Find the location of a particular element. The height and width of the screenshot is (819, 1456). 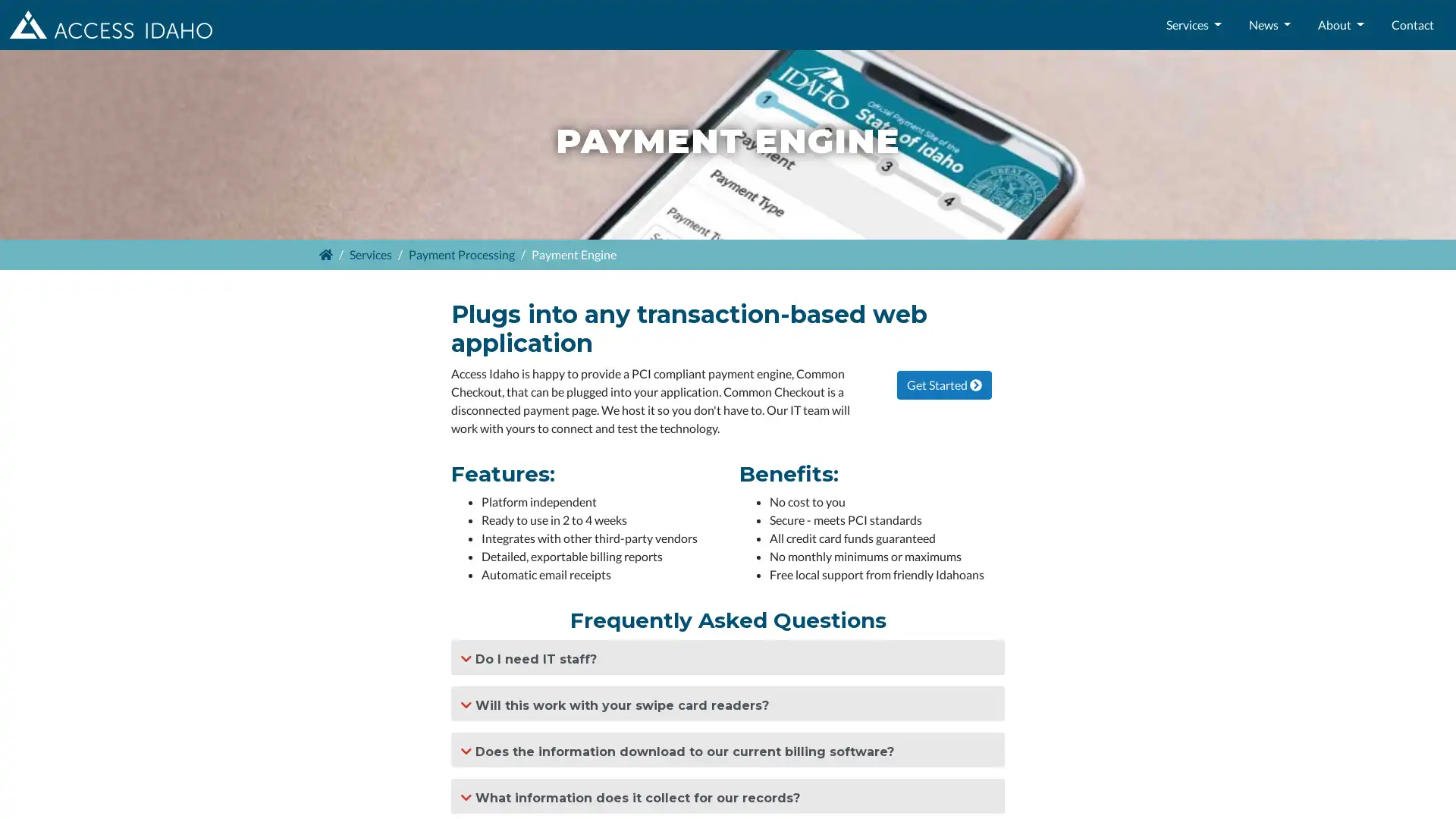

Do I need IT staff? is located at coordinates (728, 656).